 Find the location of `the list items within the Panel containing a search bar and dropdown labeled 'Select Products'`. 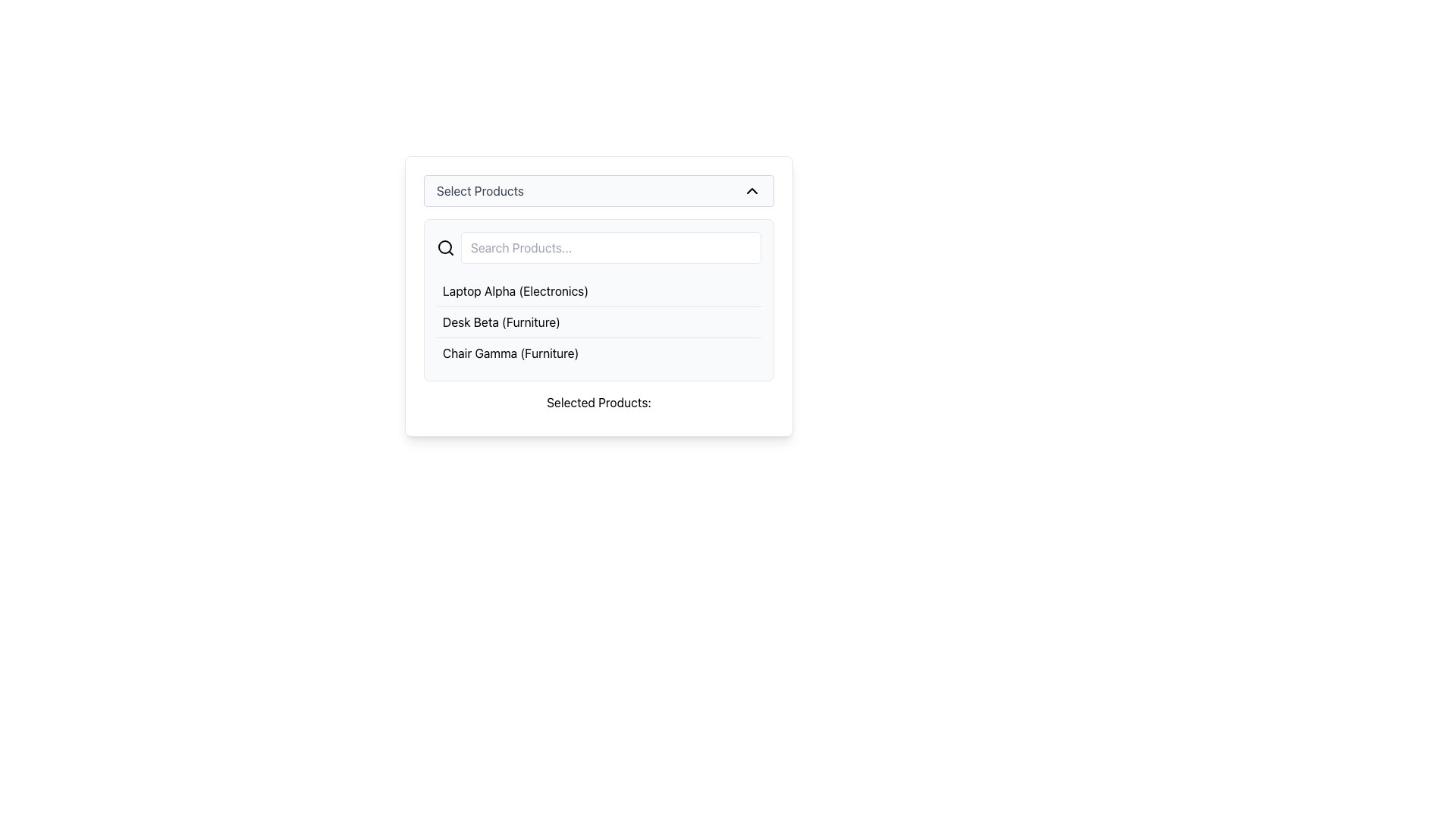

the list items within the Panel containing a search bar and dropdown labeled 'Select Products' is located at coordinates (598, 296).